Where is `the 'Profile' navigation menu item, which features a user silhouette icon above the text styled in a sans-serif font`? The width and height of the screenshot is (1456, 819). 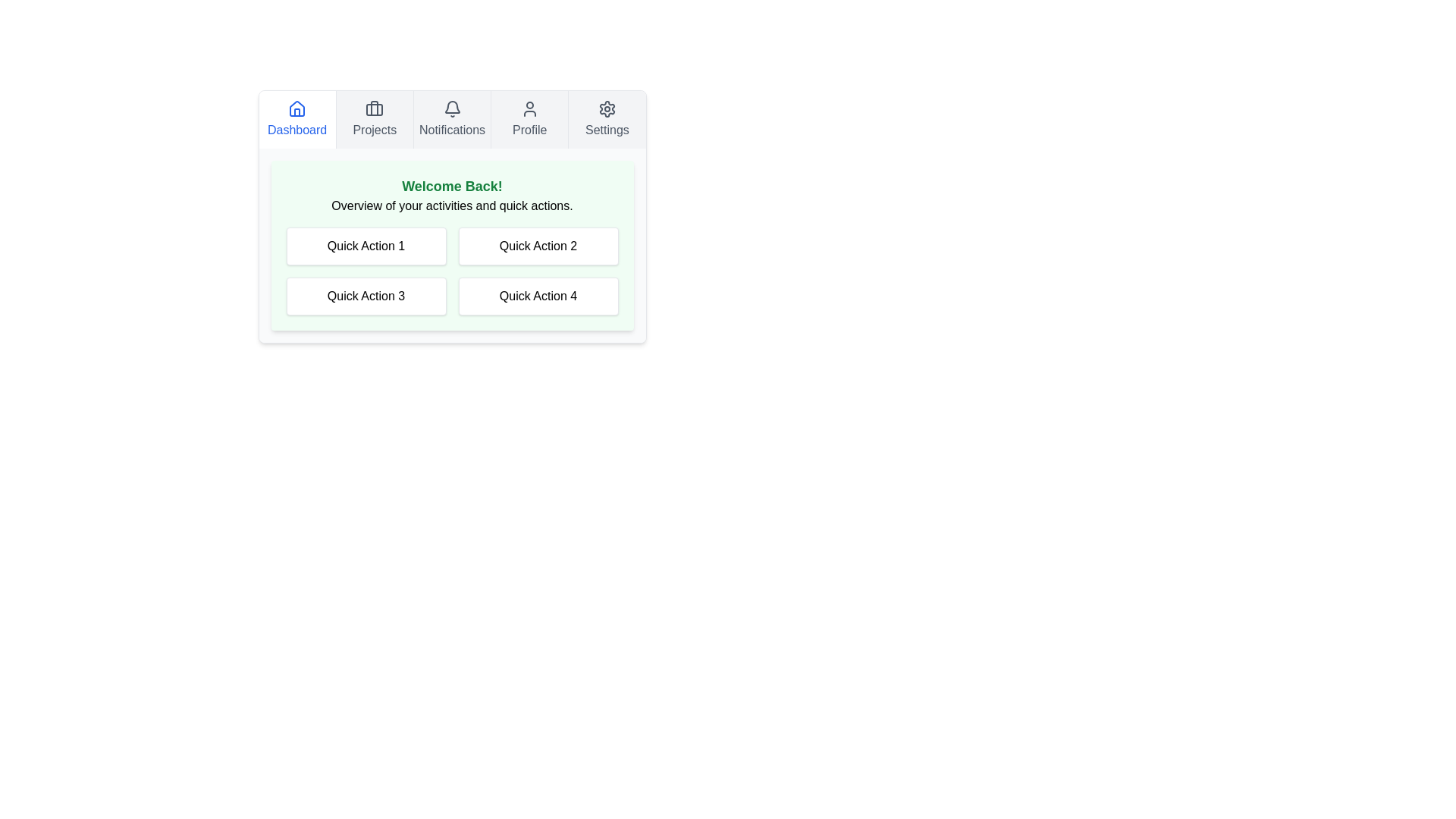
the 'Profile' navigation menu item, which features a user silhouette icon above the text styled in a sans-serif font is located at coordinates (529, 119).